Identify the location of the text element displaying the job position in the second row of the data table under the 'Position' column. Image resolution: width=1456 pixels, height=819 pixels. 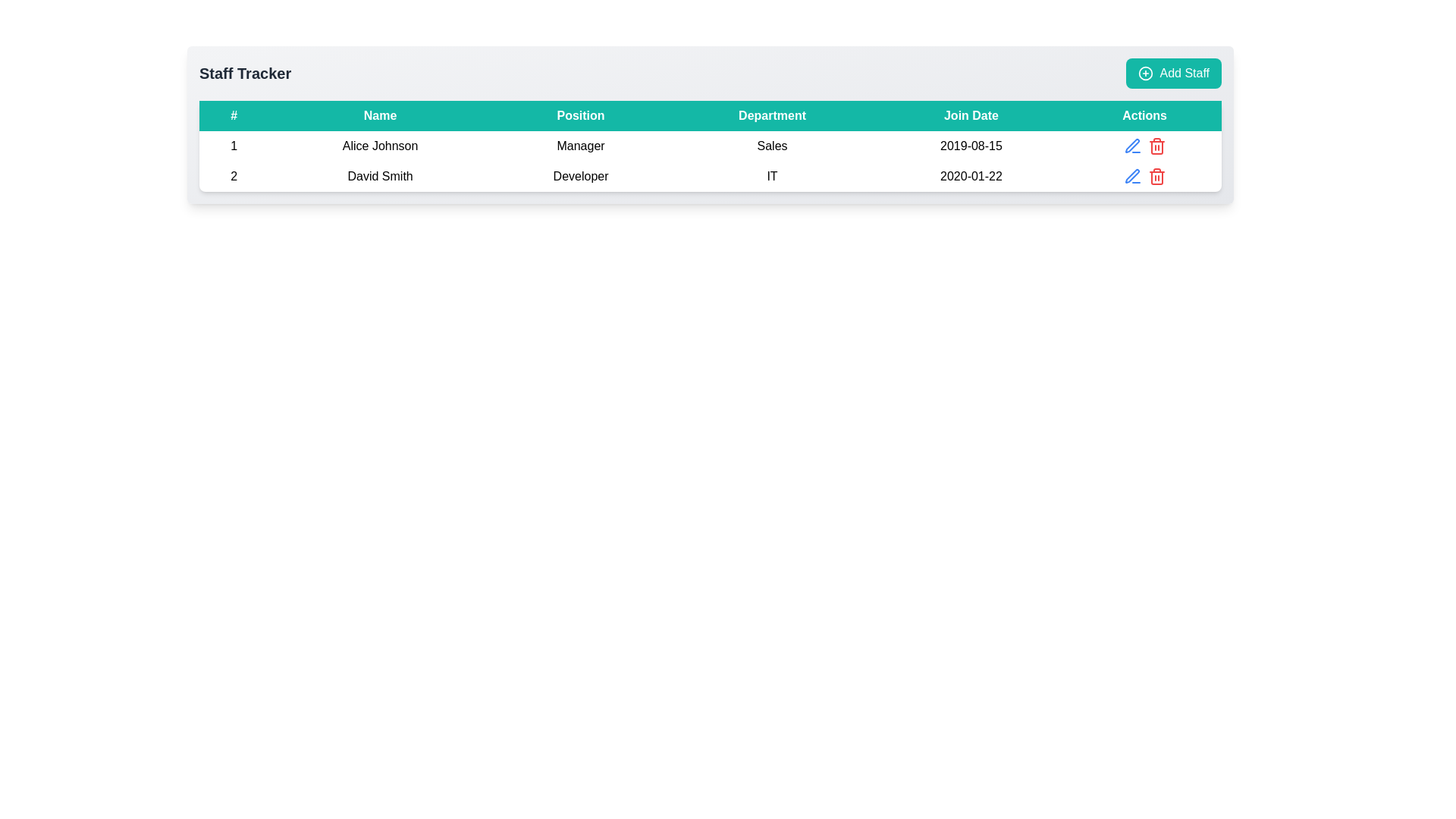
(580, 175).